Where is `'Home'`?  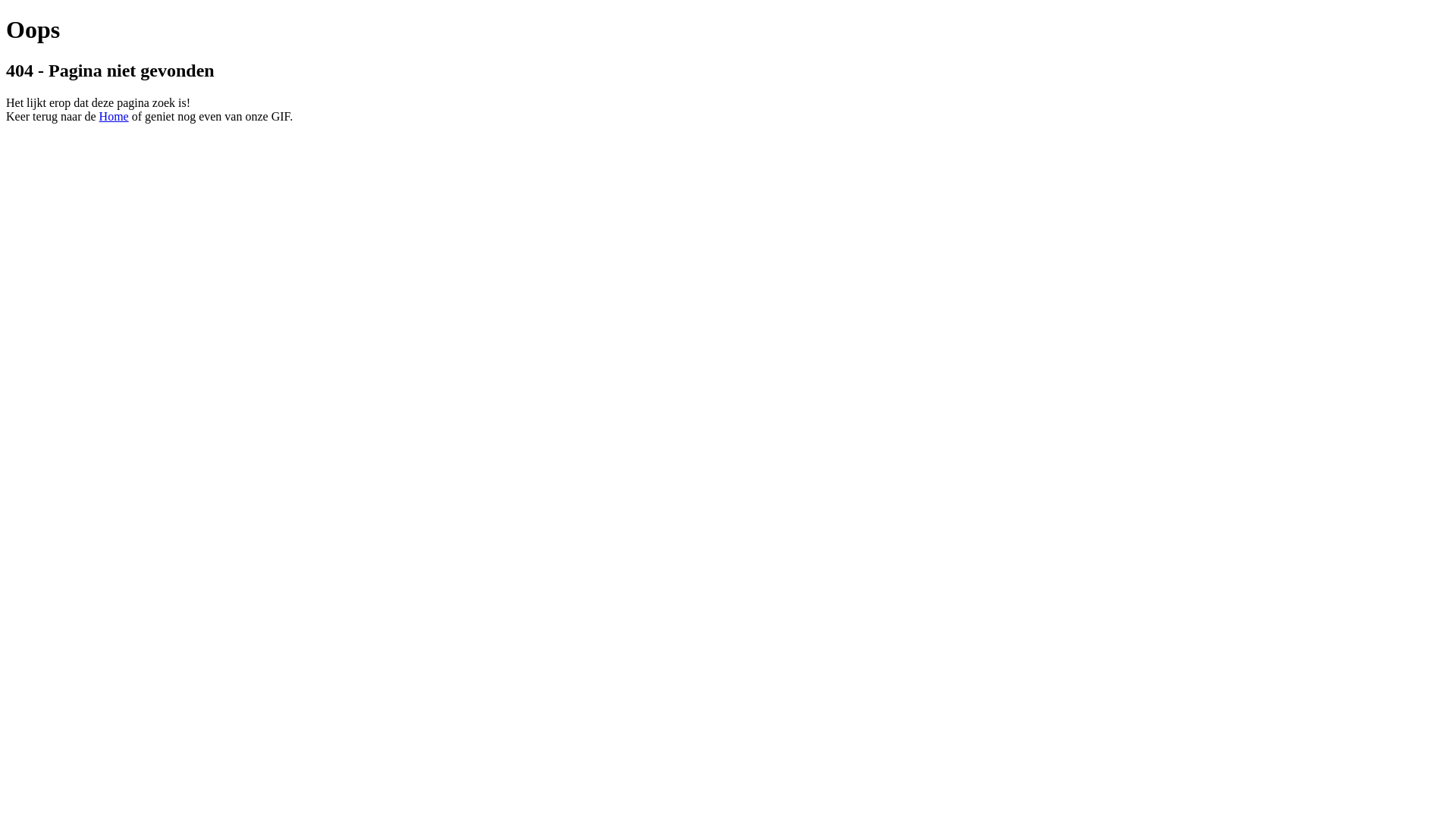 'Home' is located at coordinates (113, 115).